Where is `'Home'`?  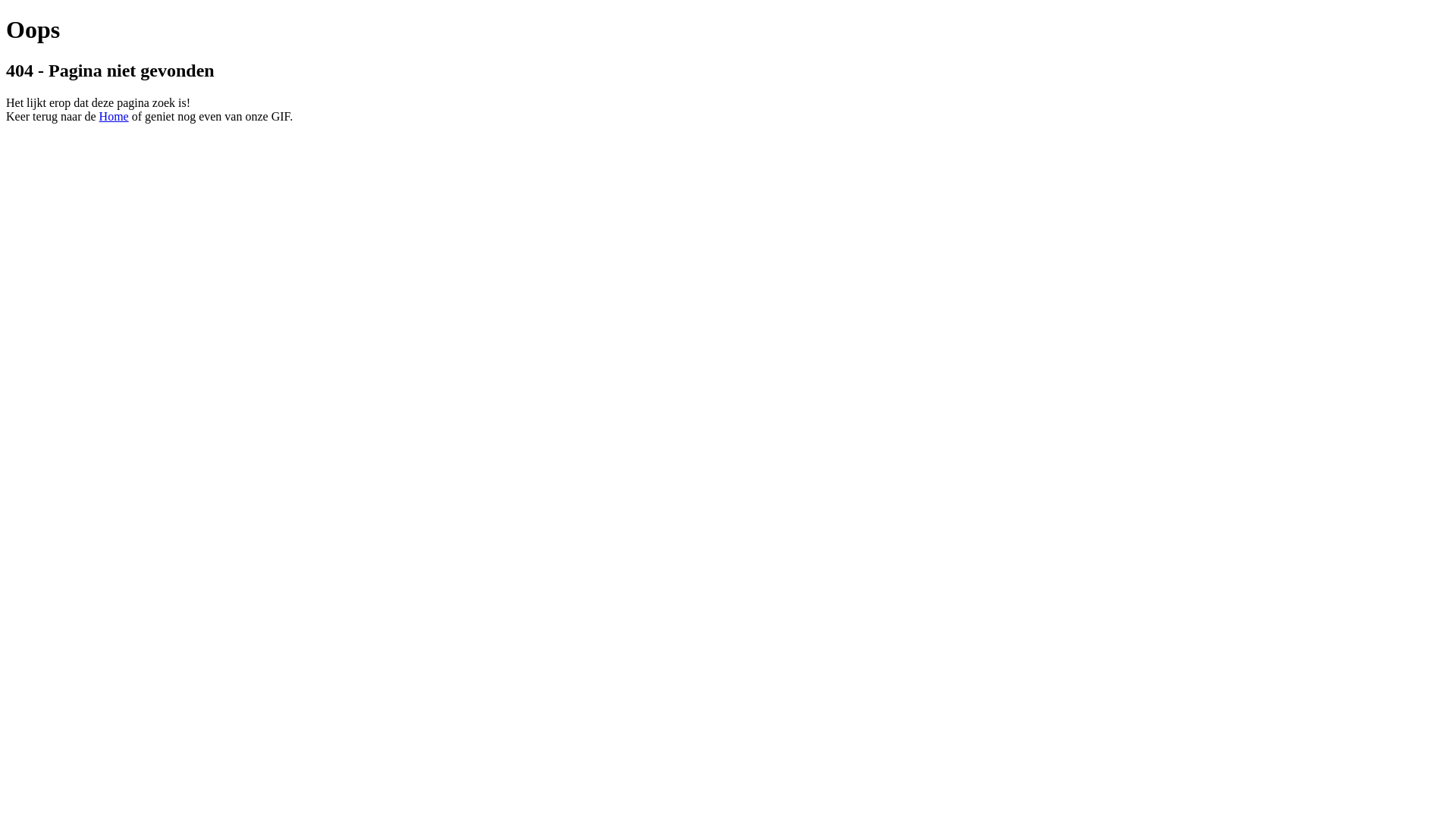 'Home' is located at coordinates (113, 115).